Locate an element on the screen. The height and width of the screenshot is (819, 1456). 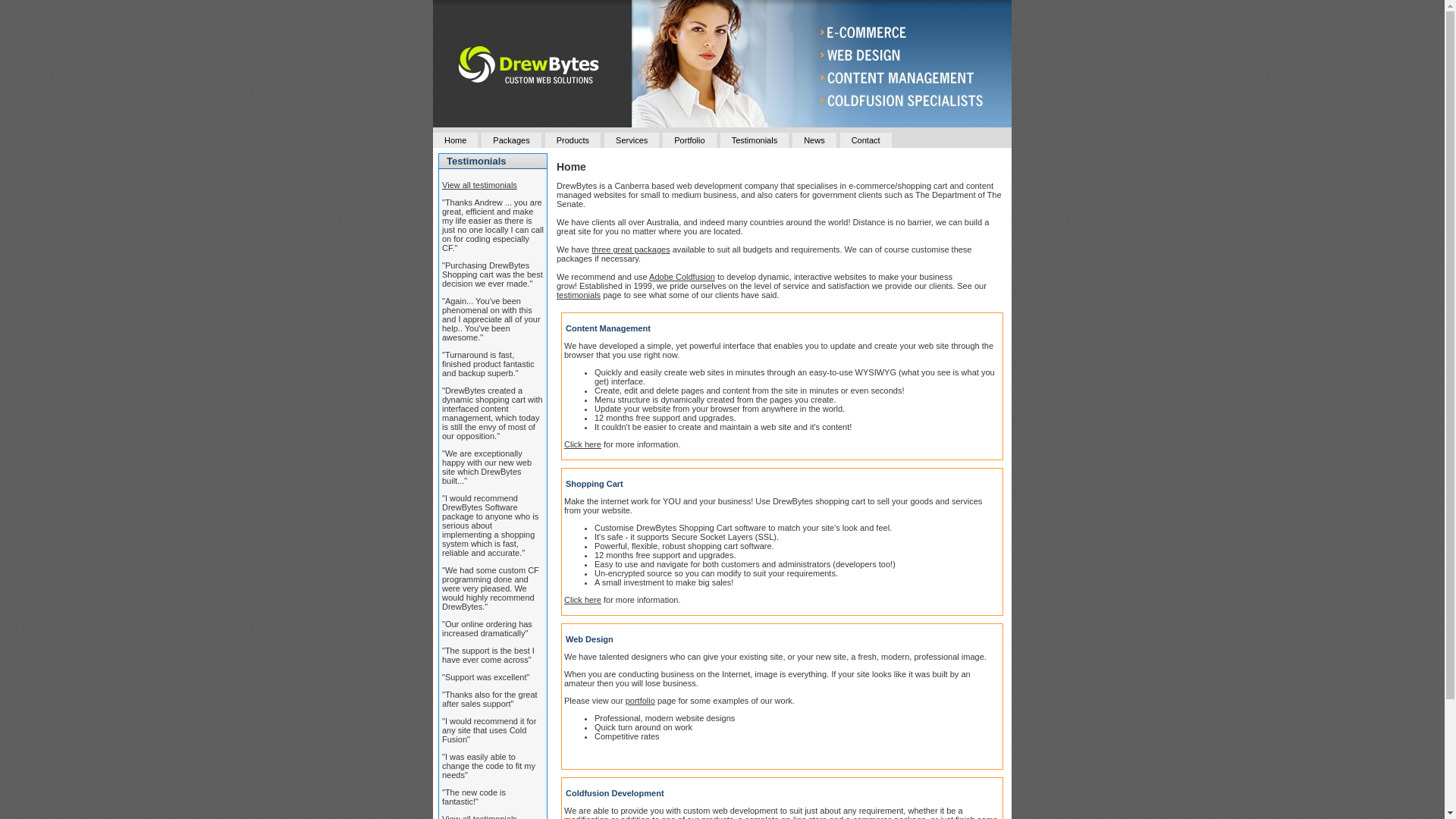
'Contact' is located at coordinates (839, 140).